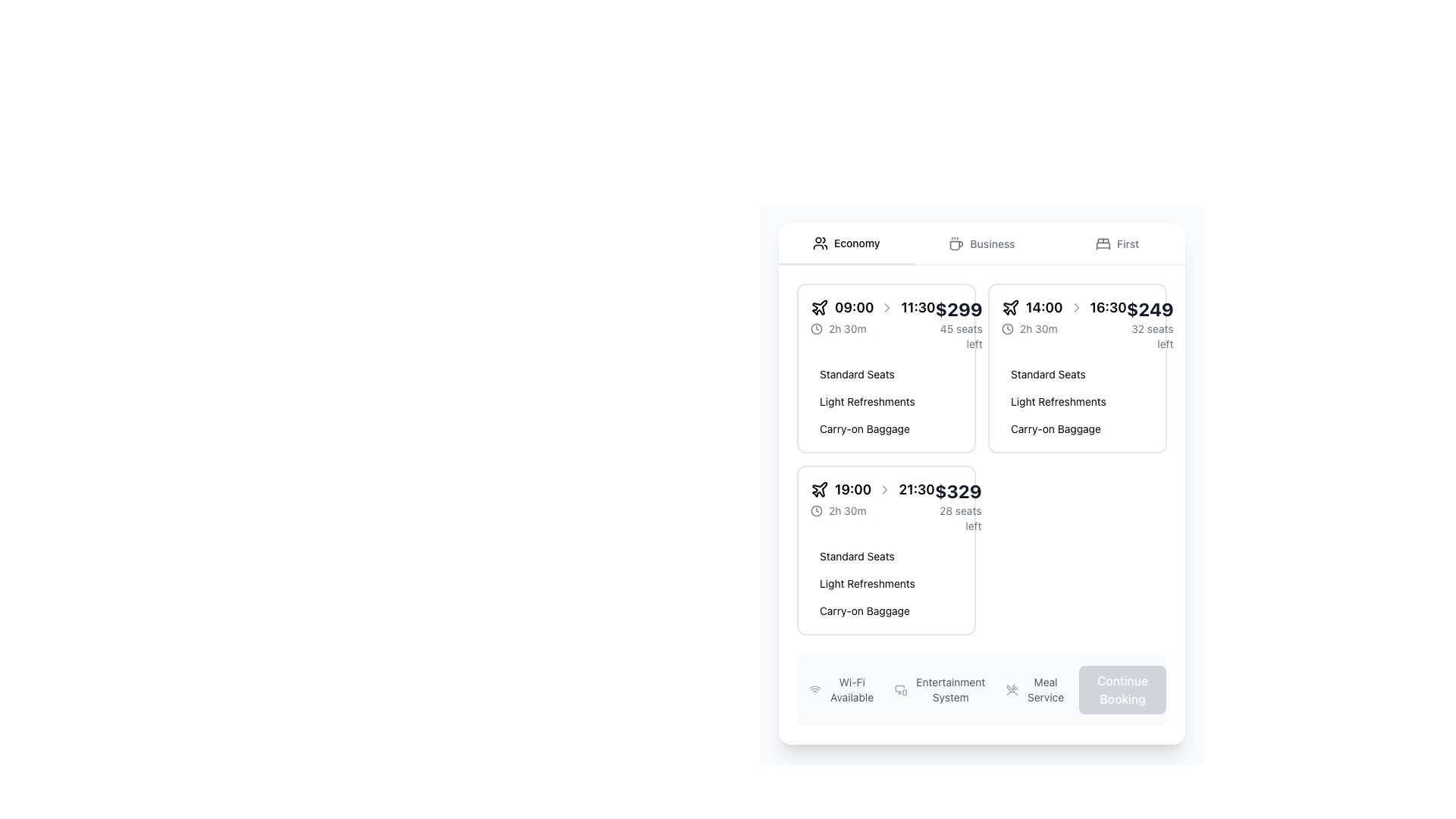 The width and height of the screenshot is (1456, 819). I want to click on the time icon located in the leftmost ticket option of the grid, positioned directly before the '2h 30m' flight duration text, so click(815, 328).